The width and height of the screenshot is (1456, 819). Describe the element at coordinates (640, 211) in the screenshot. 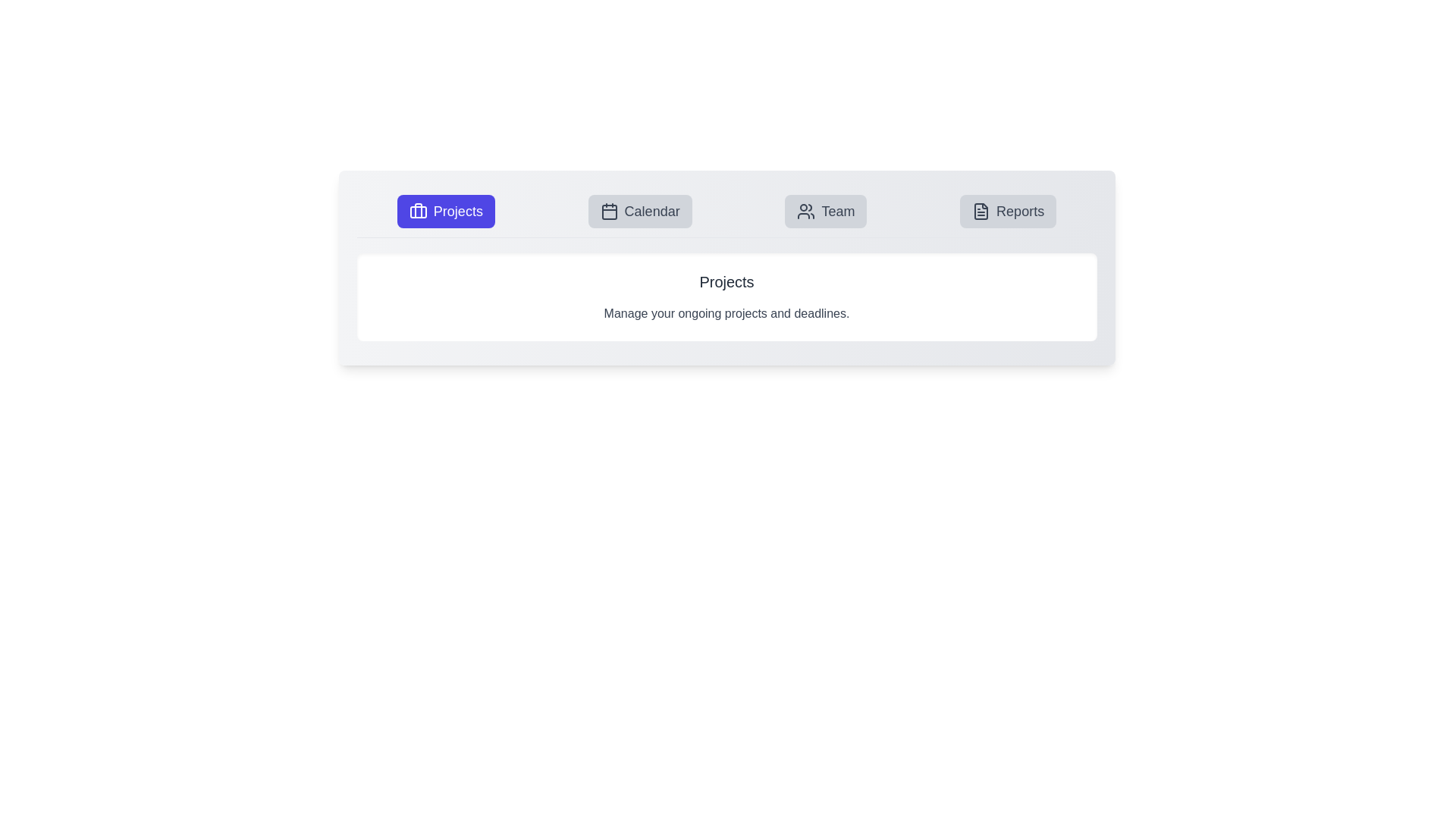

I see `the Calendar tab by clicking its button` at that location.